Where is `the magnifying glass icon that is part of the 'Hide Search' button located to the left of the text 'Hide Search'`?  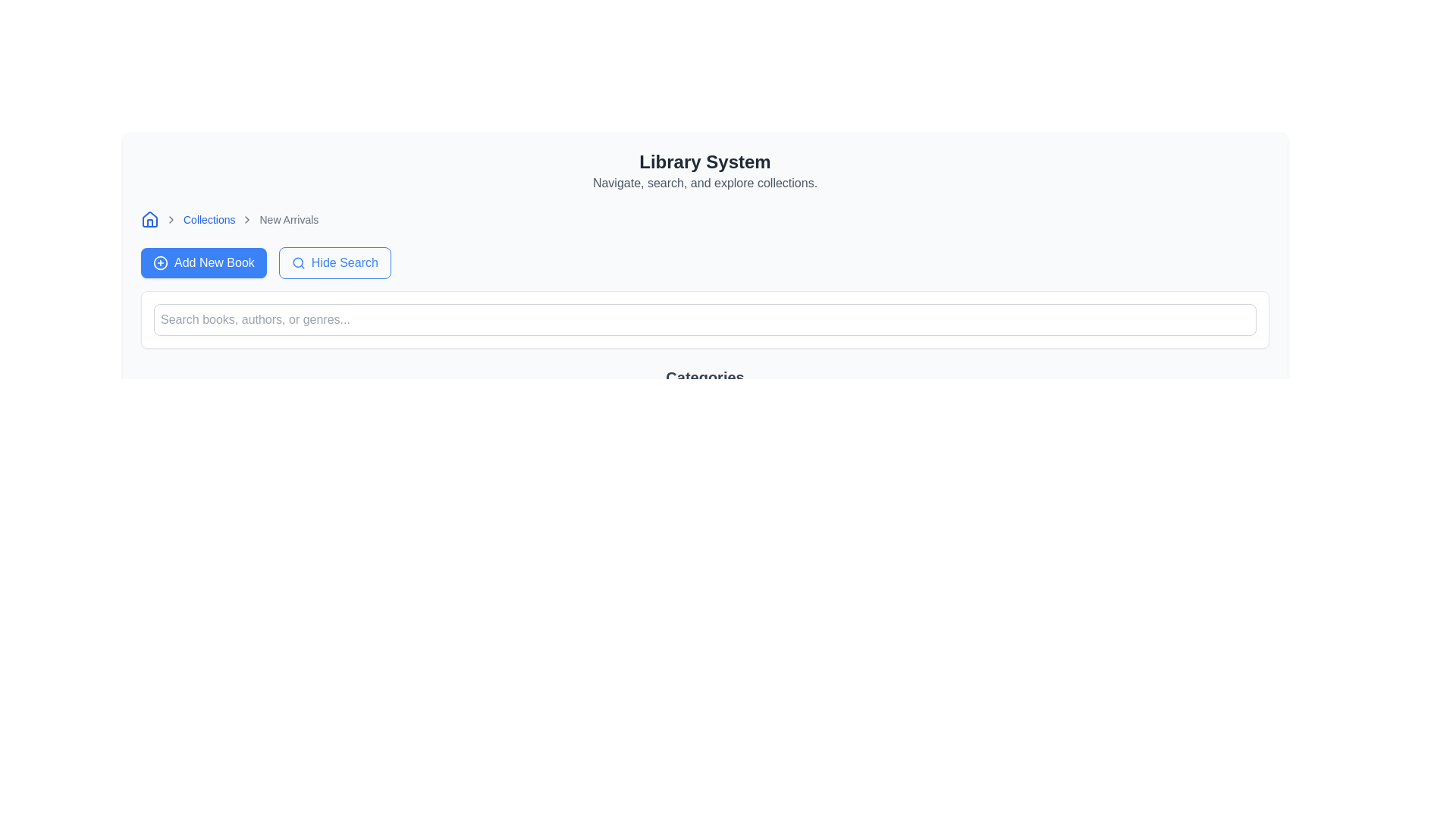 the magnifying glass icon that is part of the 'Hide Search' button located to the left of the text 'Hide Search' is located at coordinates (298, 262).